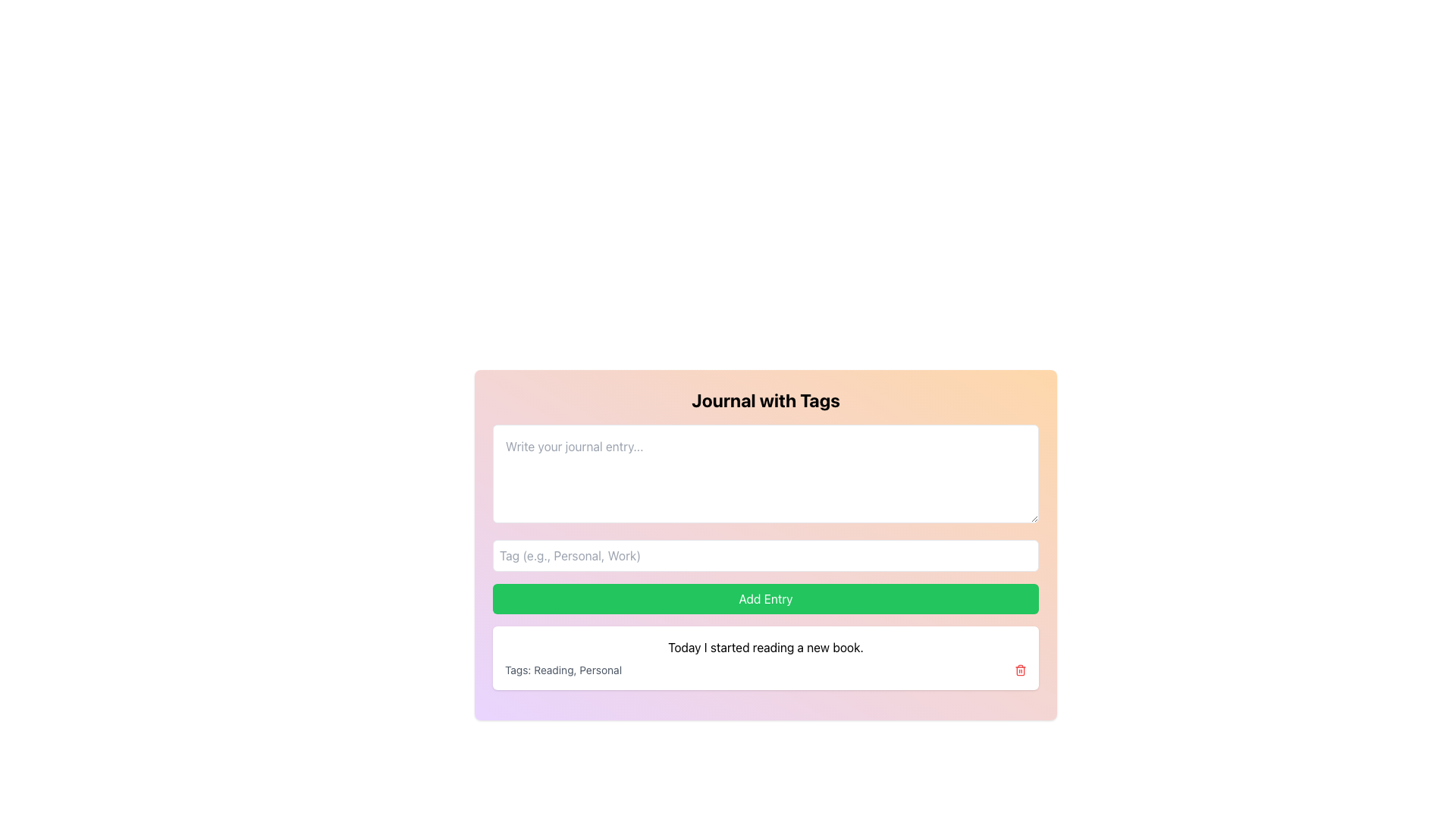  I want to click on the 'Add Entry' button with a green background and white text, so click(765, 598).